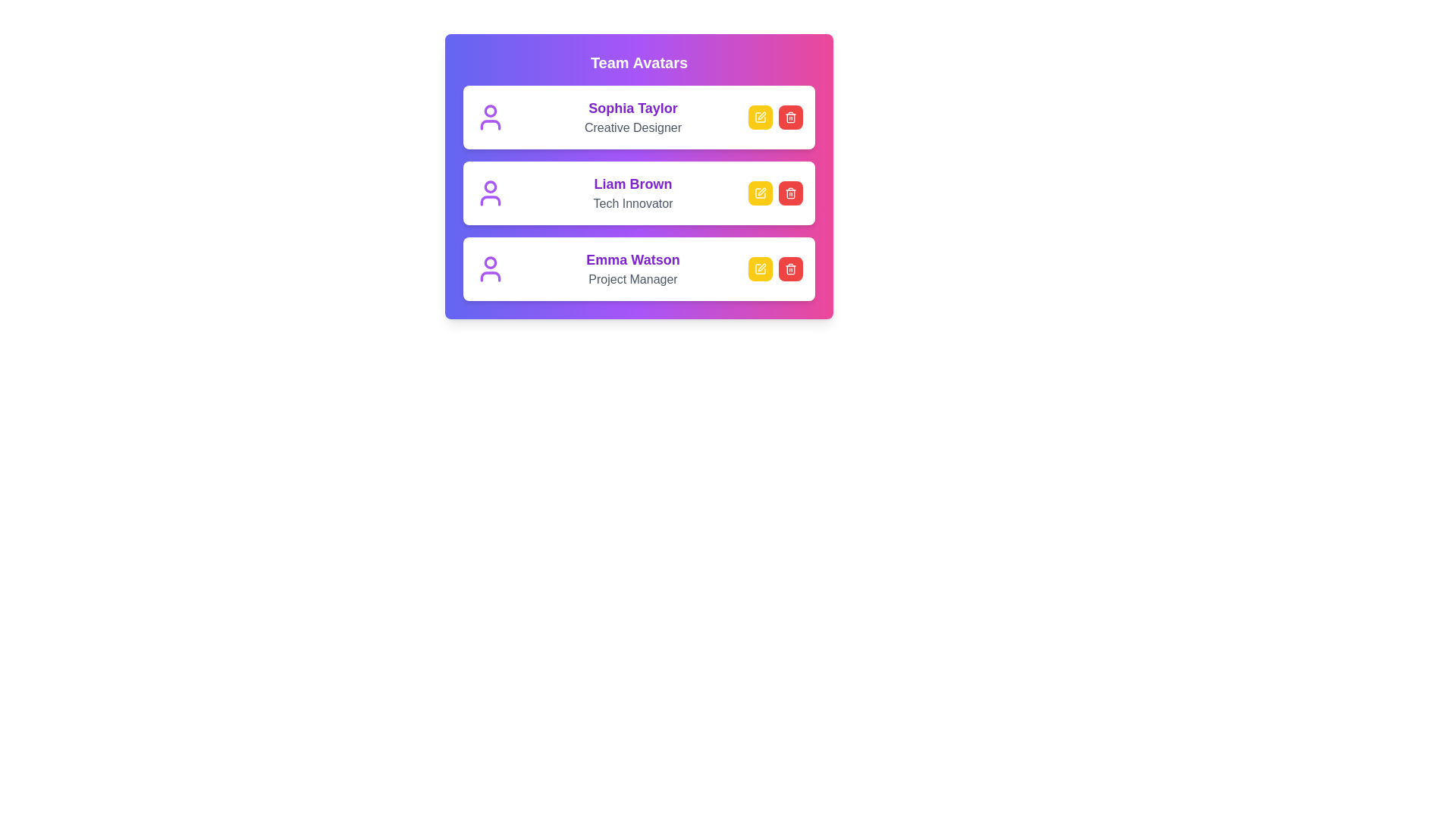  I want to click on the delete button (trash bin icon) located within the red circular action button on the right side of the row for 'Liam Brown', so click(789, 192).